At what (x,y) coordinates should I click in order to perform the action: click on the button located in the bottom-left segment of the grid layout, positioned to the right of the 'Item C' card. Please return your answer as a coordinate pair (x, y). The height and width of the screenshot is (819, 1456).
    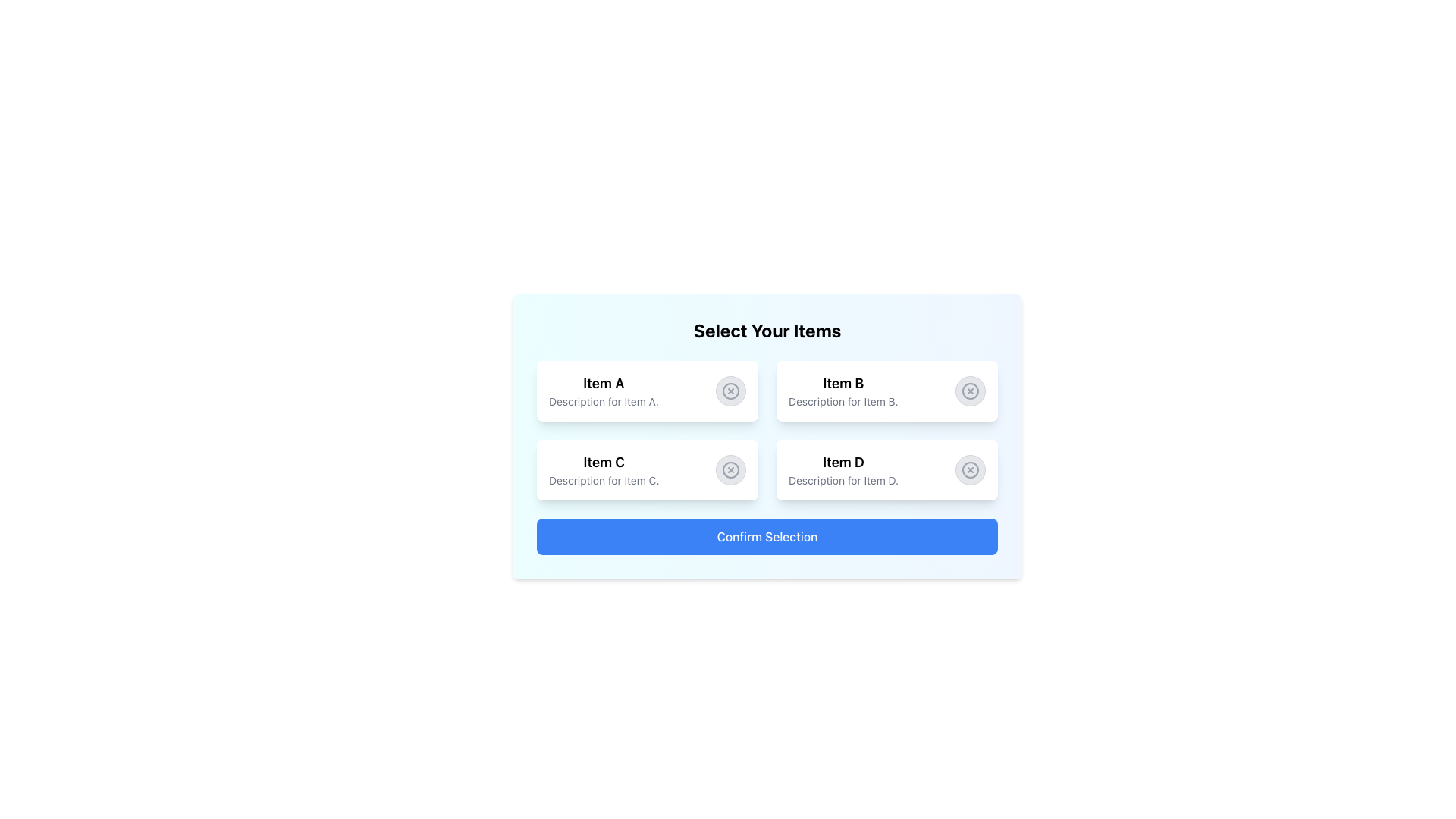
    Looking at the image, I should click on (731, 469).